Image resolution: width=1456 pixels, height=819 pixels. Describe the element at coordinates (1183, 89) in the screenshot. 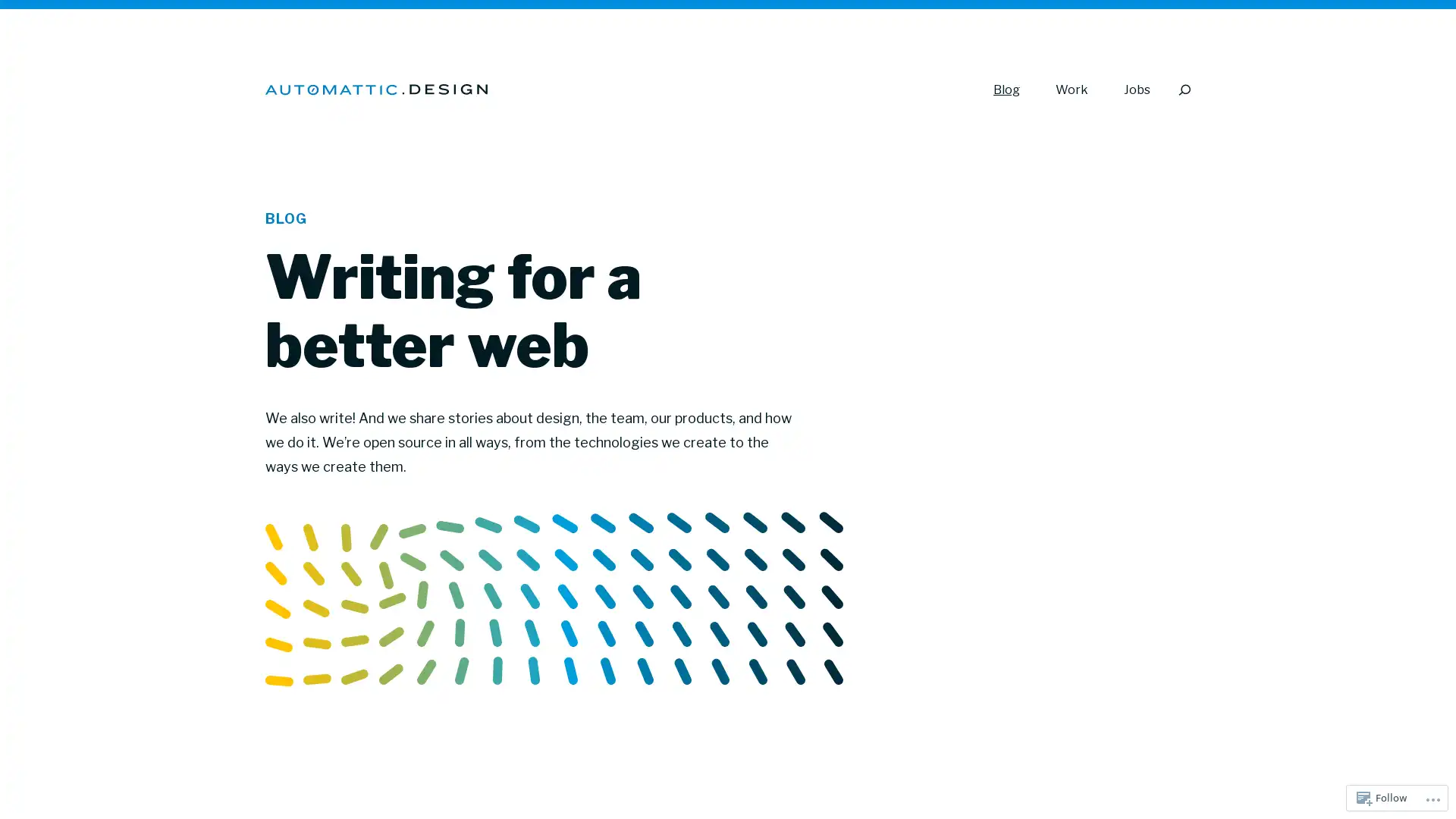

I see `Search` at that location.